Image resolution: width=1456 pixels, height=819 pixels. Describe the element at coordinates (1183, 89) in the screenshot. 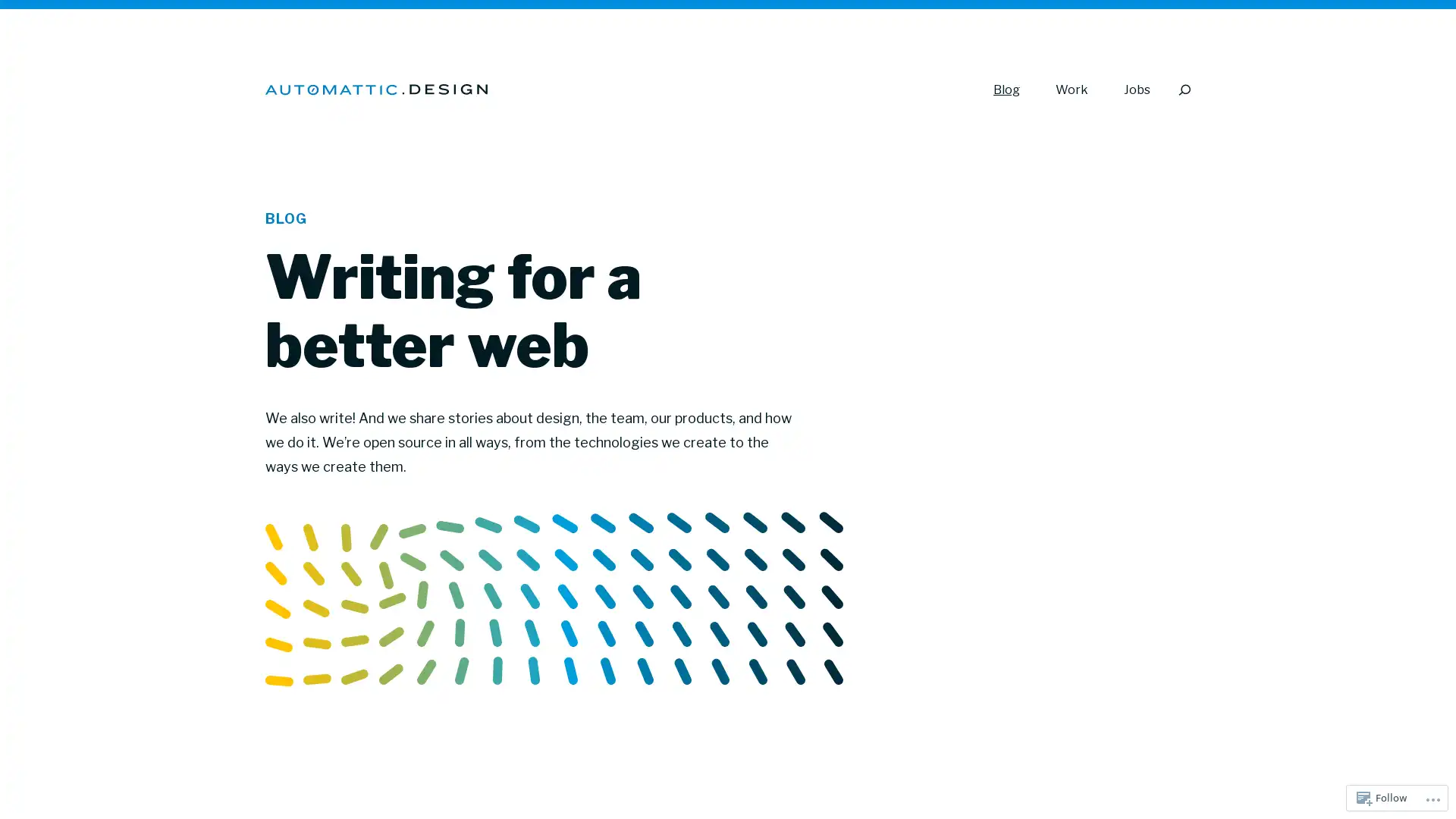

I see `Search` at that location.